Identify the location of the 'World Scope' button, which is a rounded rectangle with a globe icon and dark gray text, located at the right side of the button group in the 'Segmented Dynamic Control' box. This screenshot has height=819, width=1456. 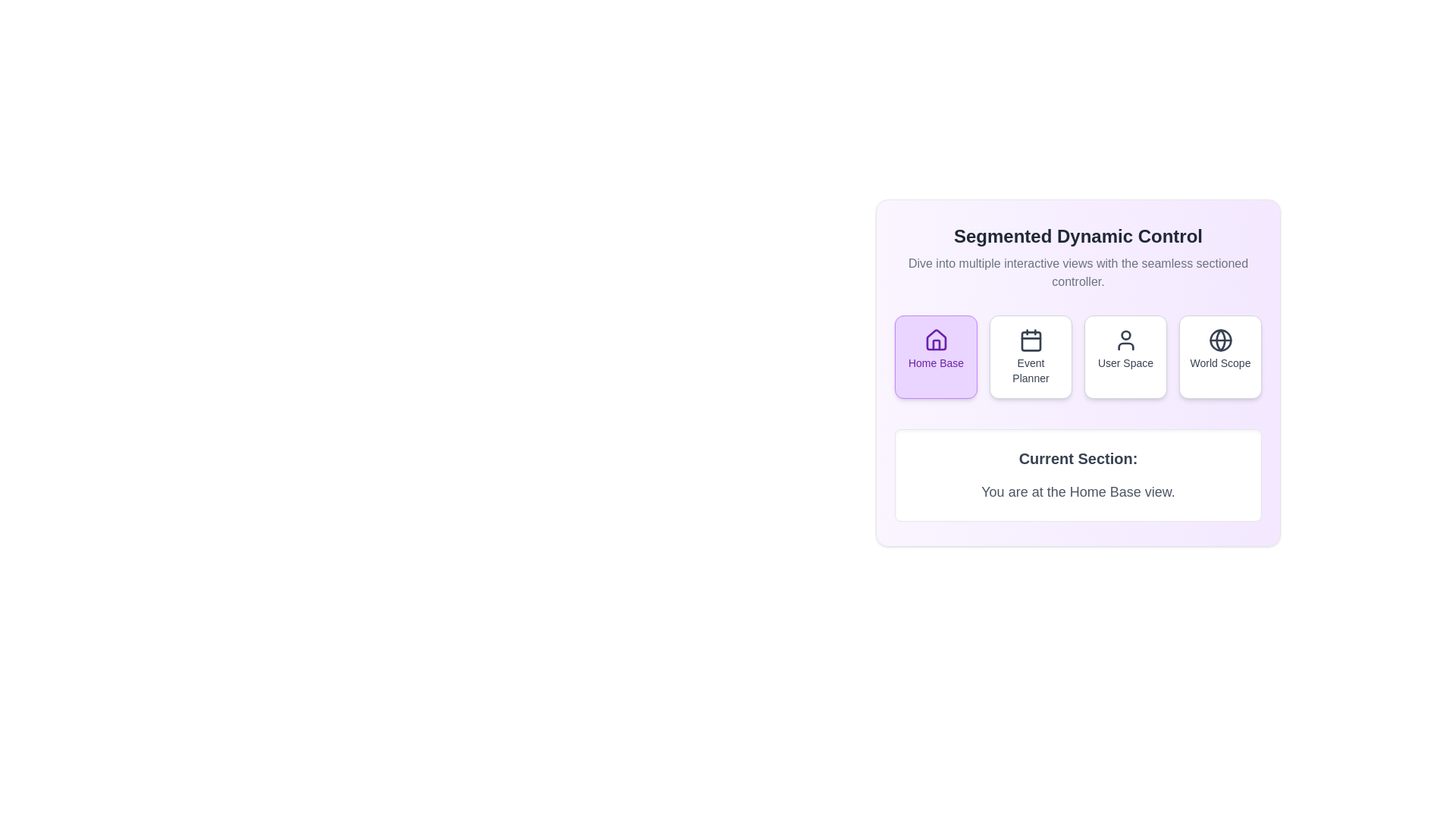
(1220, 356).